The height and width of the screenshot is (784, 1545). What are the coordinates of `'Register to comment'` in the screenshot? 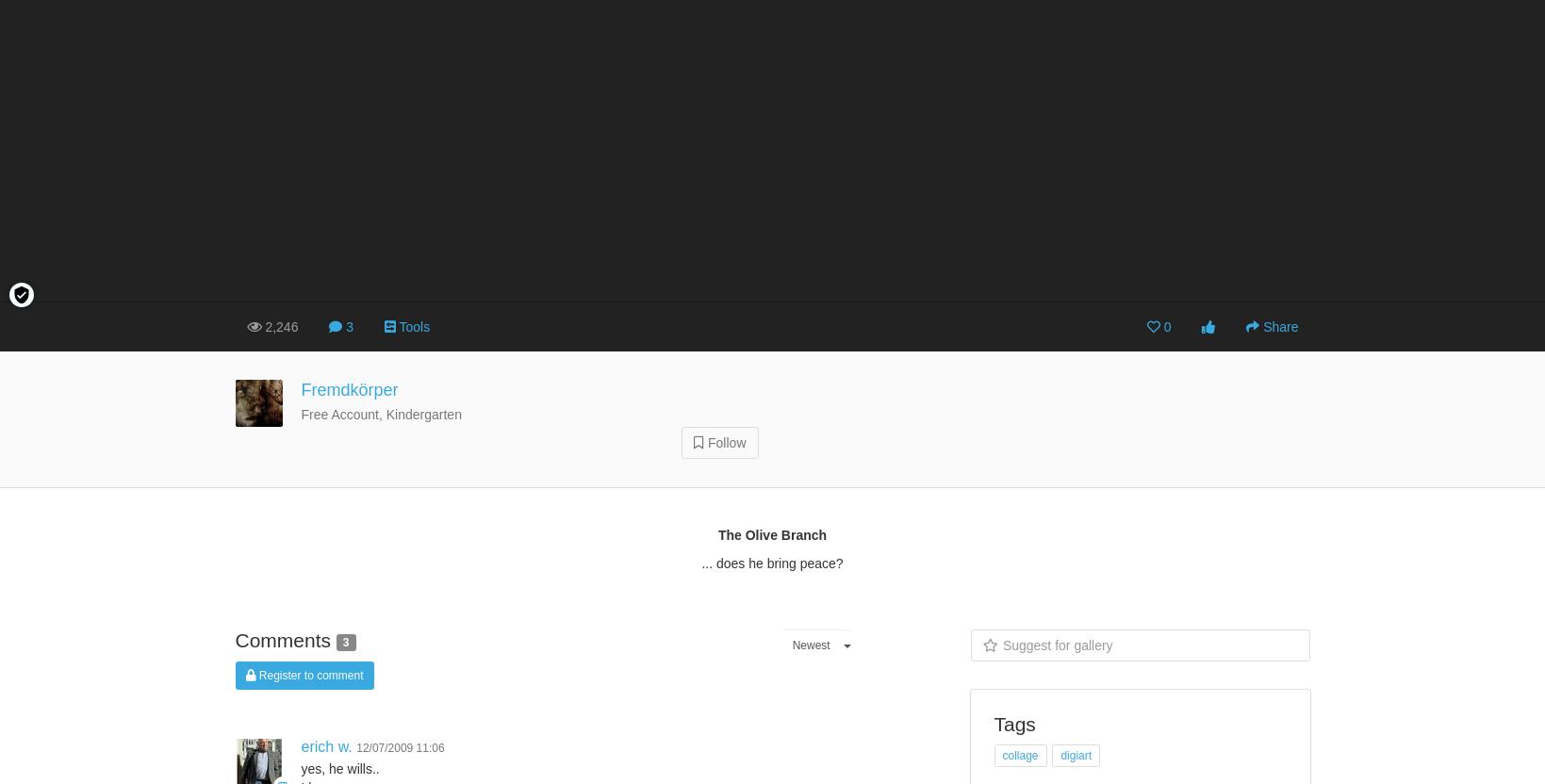 It's located at (307, 675).